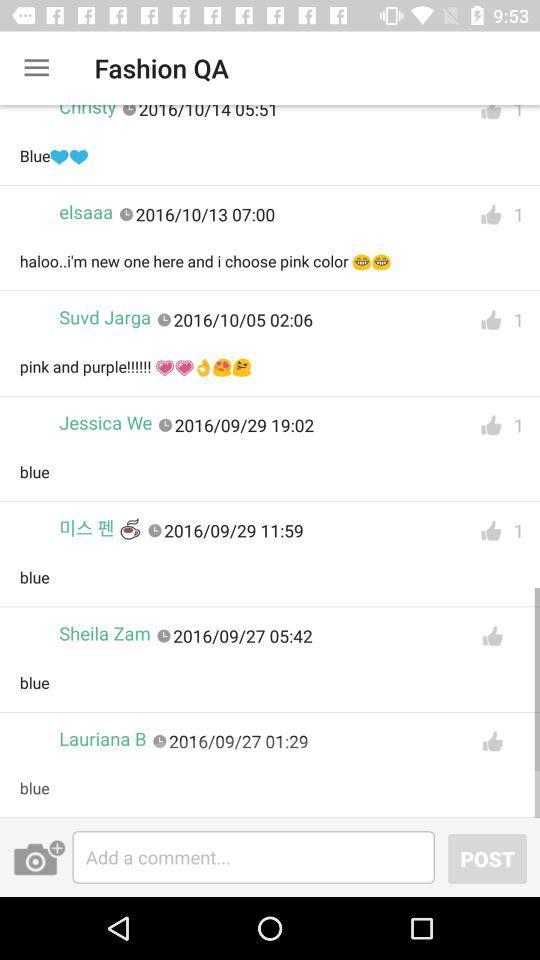  I want to click on like comment, so click(490, 117).